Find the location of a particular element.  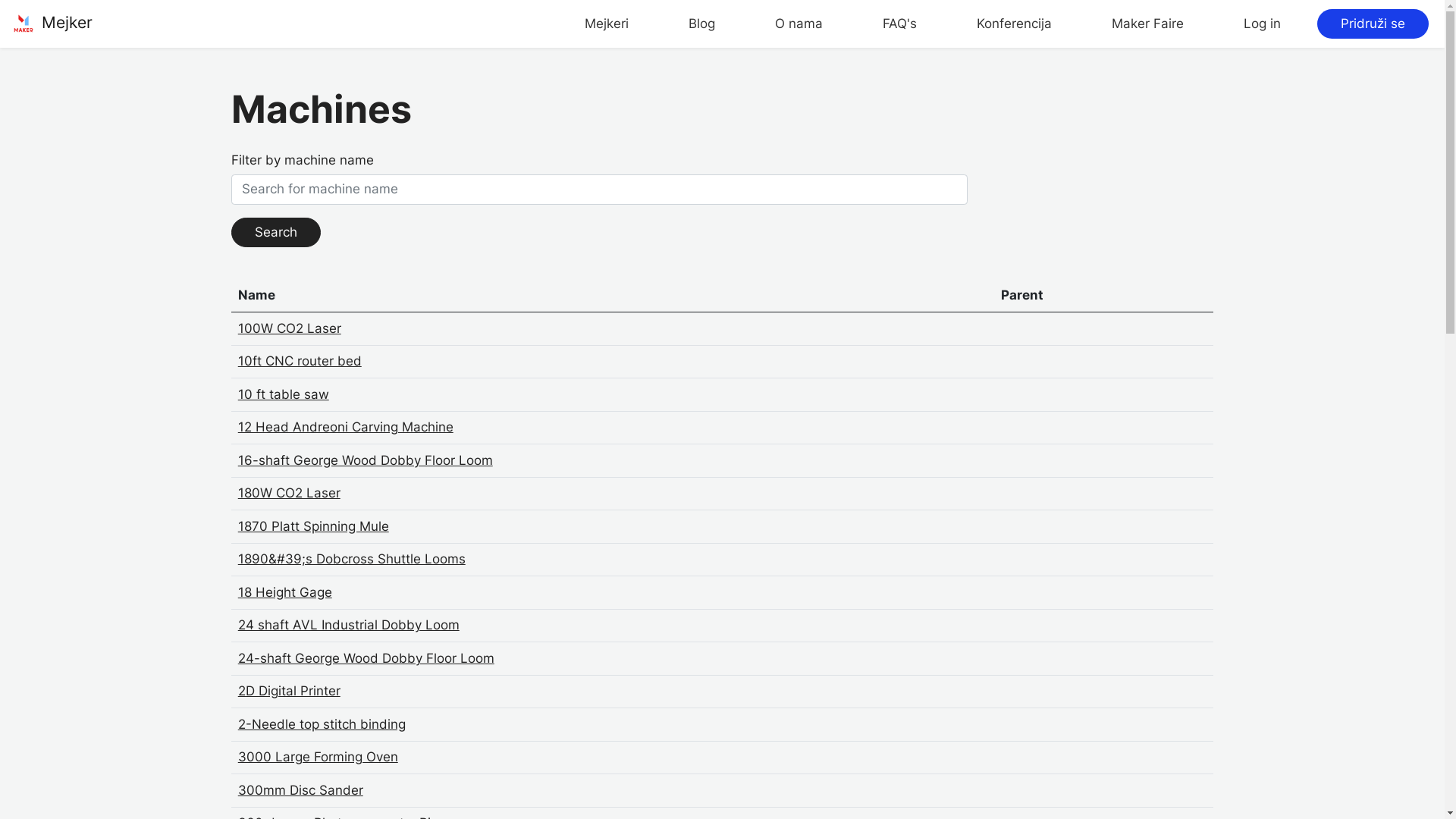

'Konferencija' is located at coordinates (1014, 24).